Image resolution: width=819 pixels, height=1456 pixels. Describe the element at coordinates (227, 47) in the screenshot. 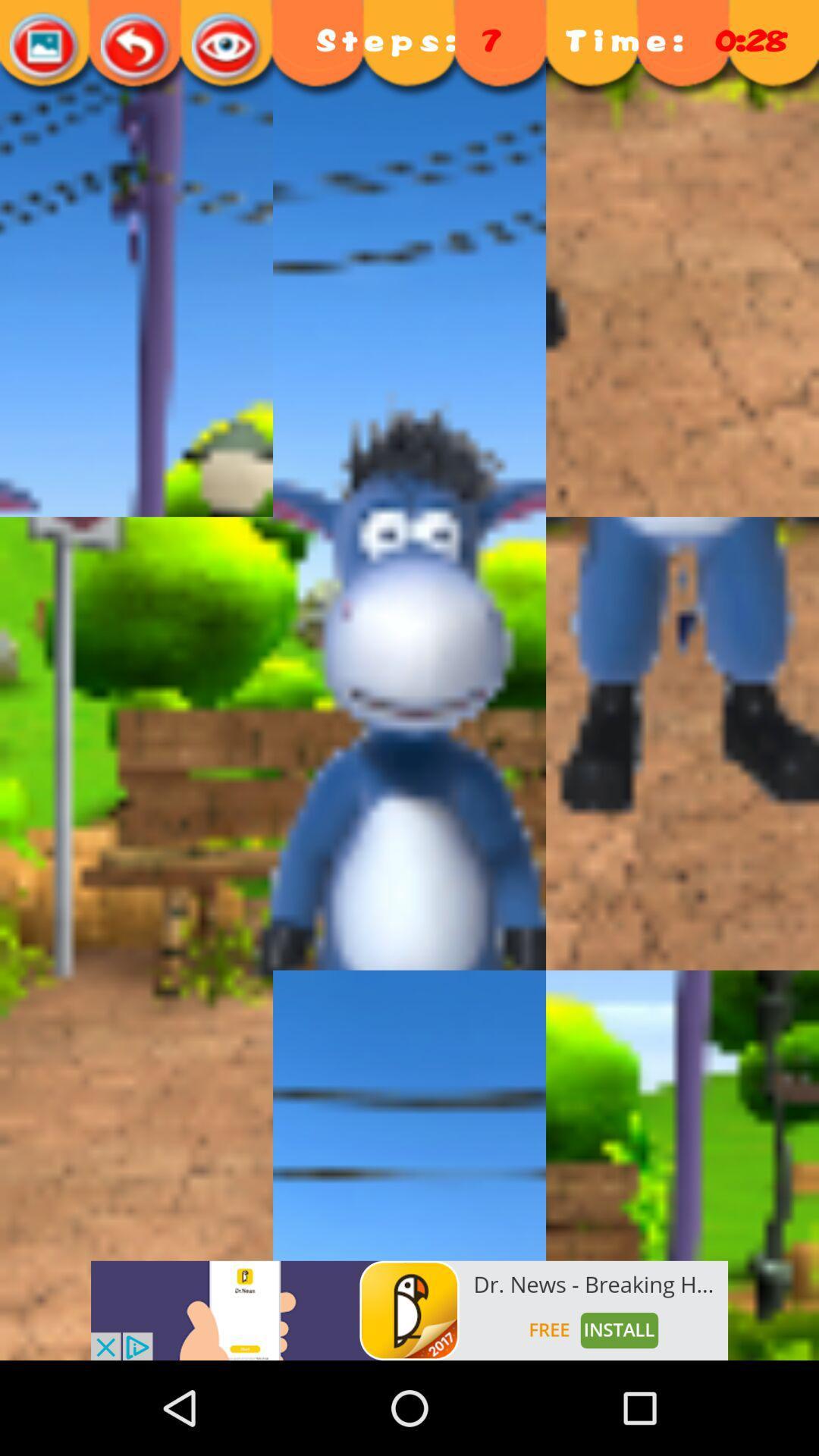

I see `the visibility icon` at that location.